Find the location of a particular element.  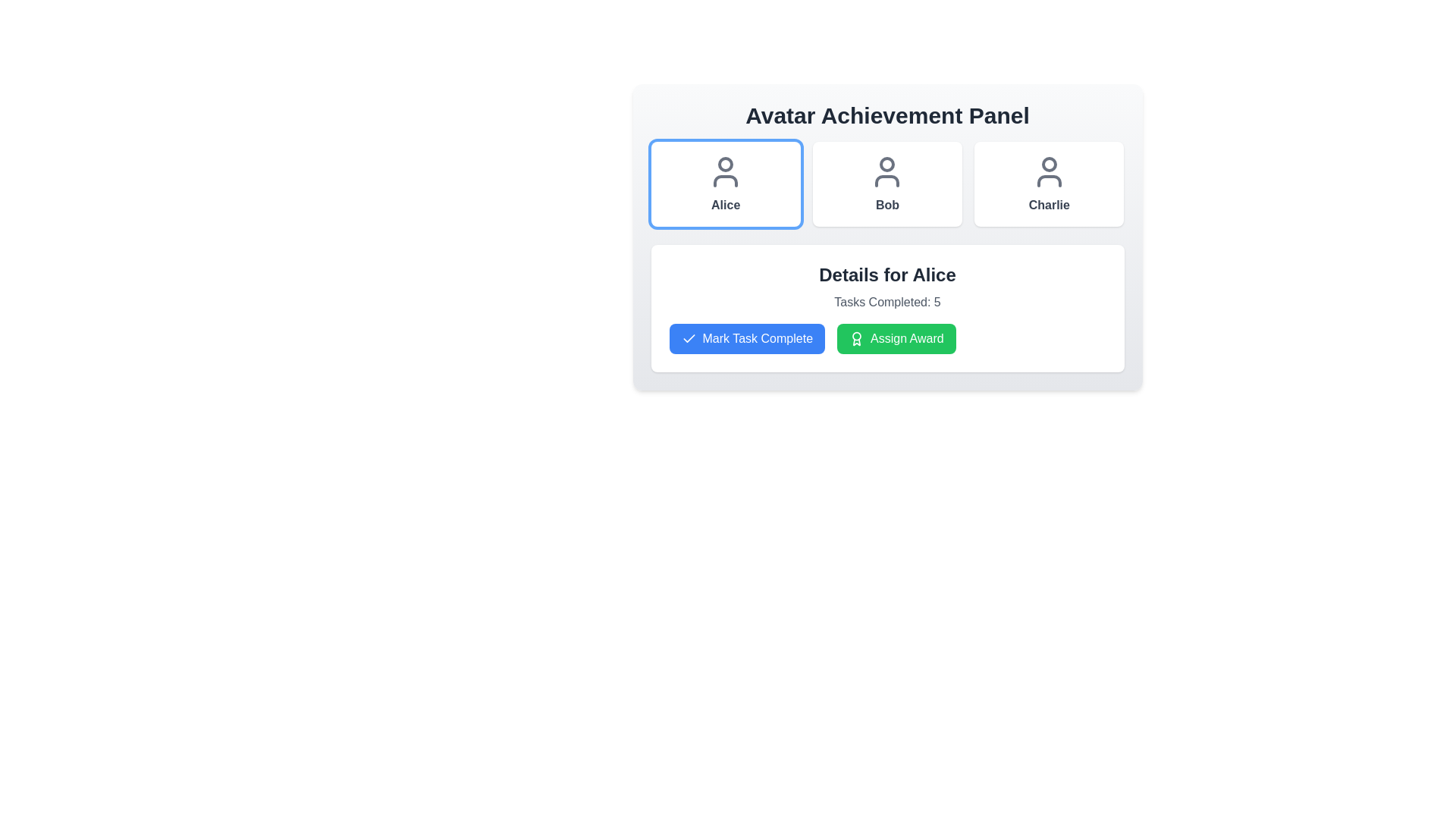

the award icon embedded within the 'Assign Award' button located in the bottom-right corner of the 'Details for Alice' card is located at coordinates (857, 338).